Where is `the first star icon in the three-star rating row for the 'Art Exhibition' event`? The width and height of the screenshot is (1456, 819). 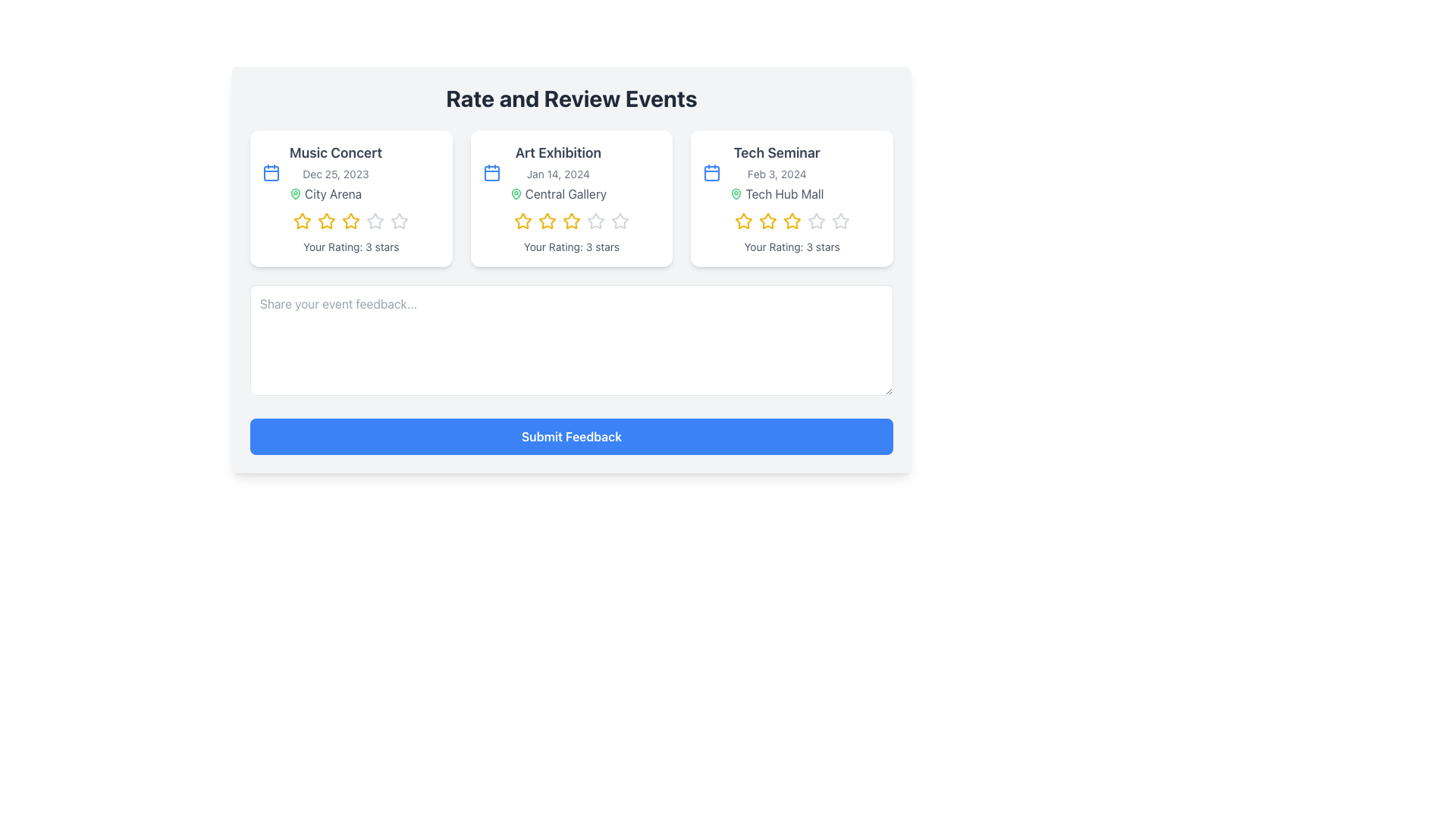
the first star icon in the three-star rating row for the 'Art Exhibition' event is located at coordinates (523, 221).